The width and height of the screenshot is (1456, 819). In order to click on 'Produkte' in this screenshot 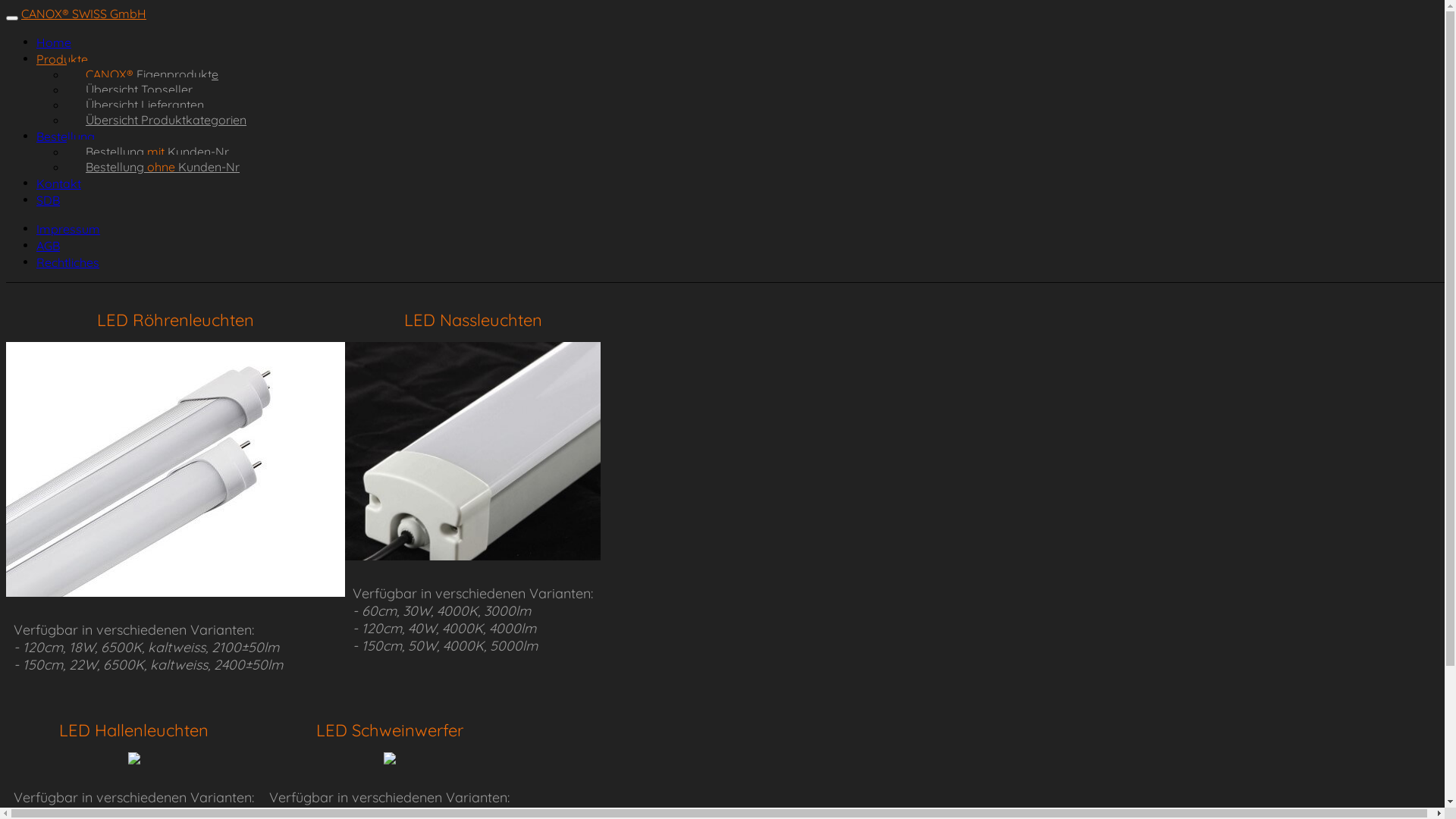, I will do `click(36, 58)`.